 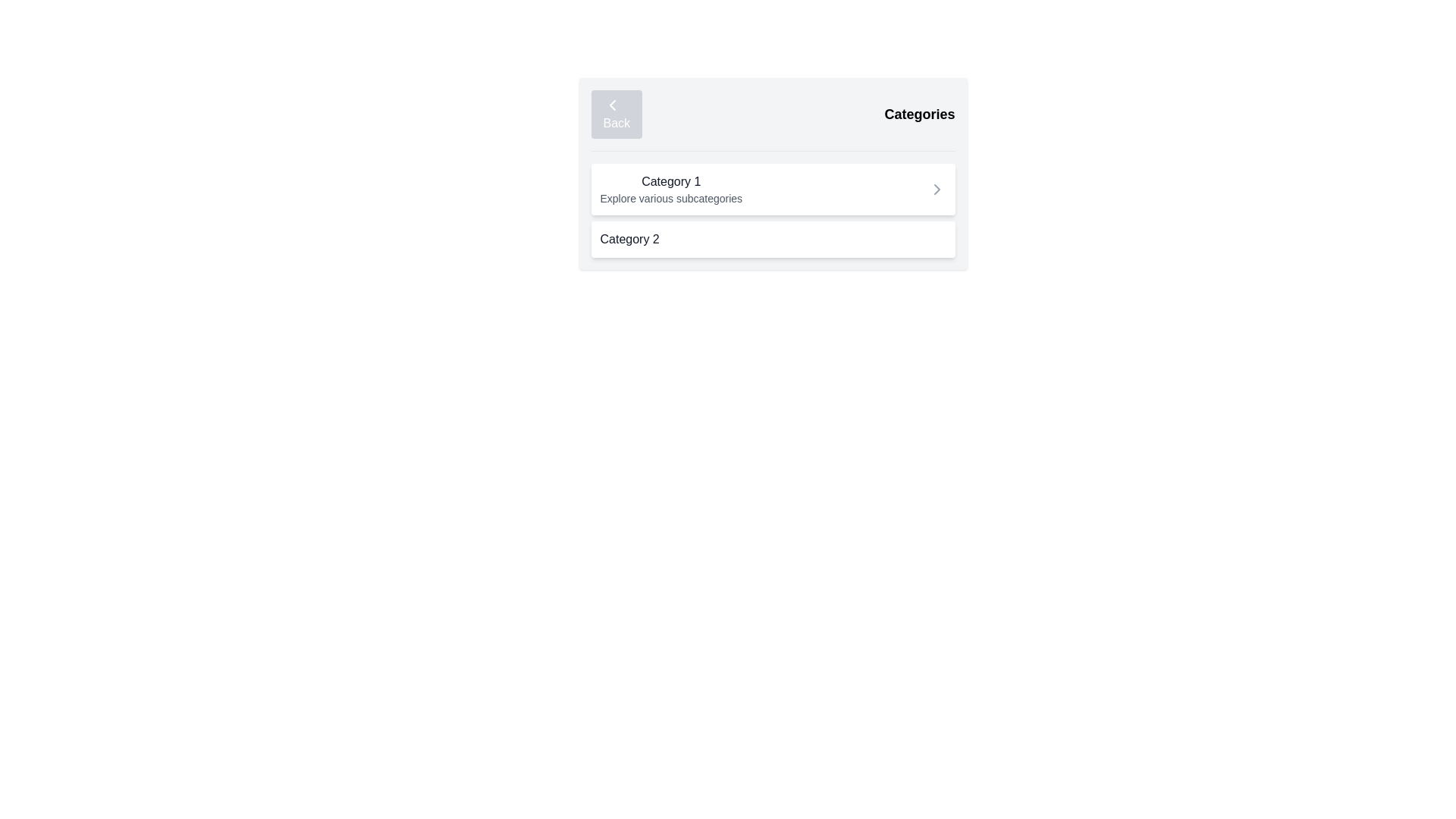 What do you see at coordinates (936, 189) in the screenshot?
I see `the right-facing chevron icon located in the top-right corner of the 'Category 1' line item` at bounding box center [936, 189].